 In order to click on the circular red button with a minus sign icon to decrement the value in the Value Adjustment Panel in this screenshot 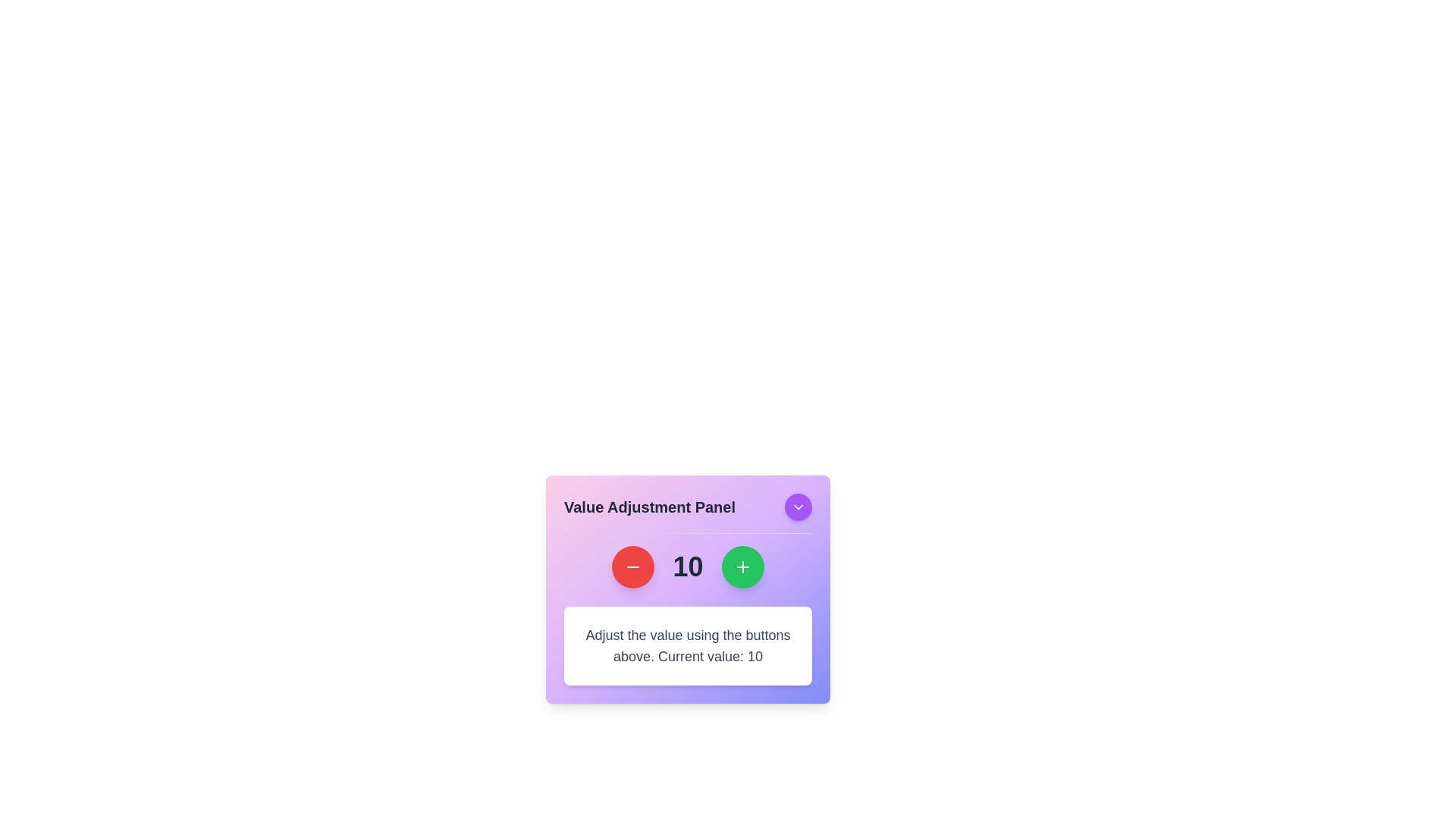, I will do `click(633, 567)`.